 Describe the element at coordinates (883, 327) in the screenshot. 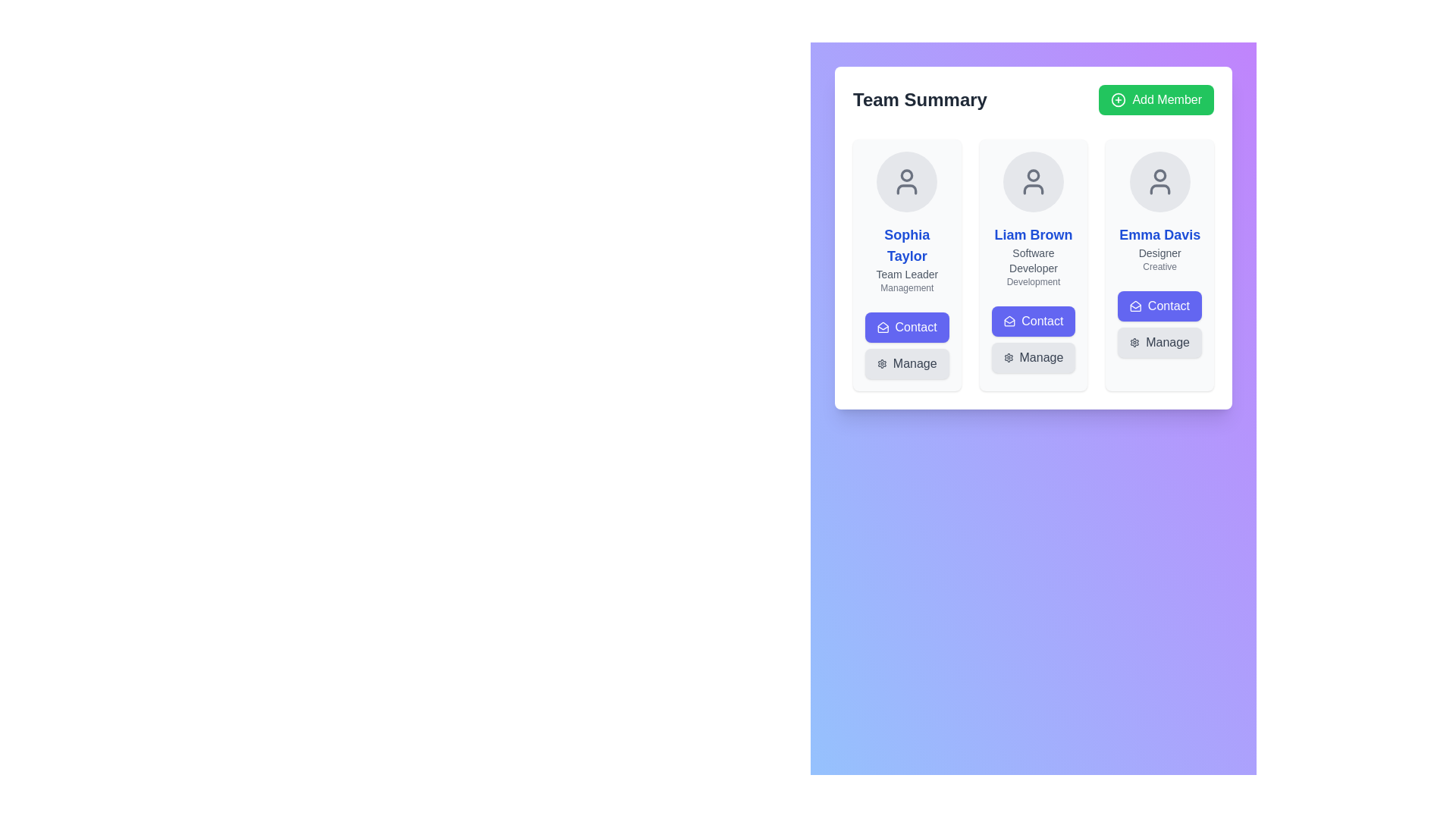

I see `the communication or email icon located at the leftmost position within the 'Contact' button` at that location.